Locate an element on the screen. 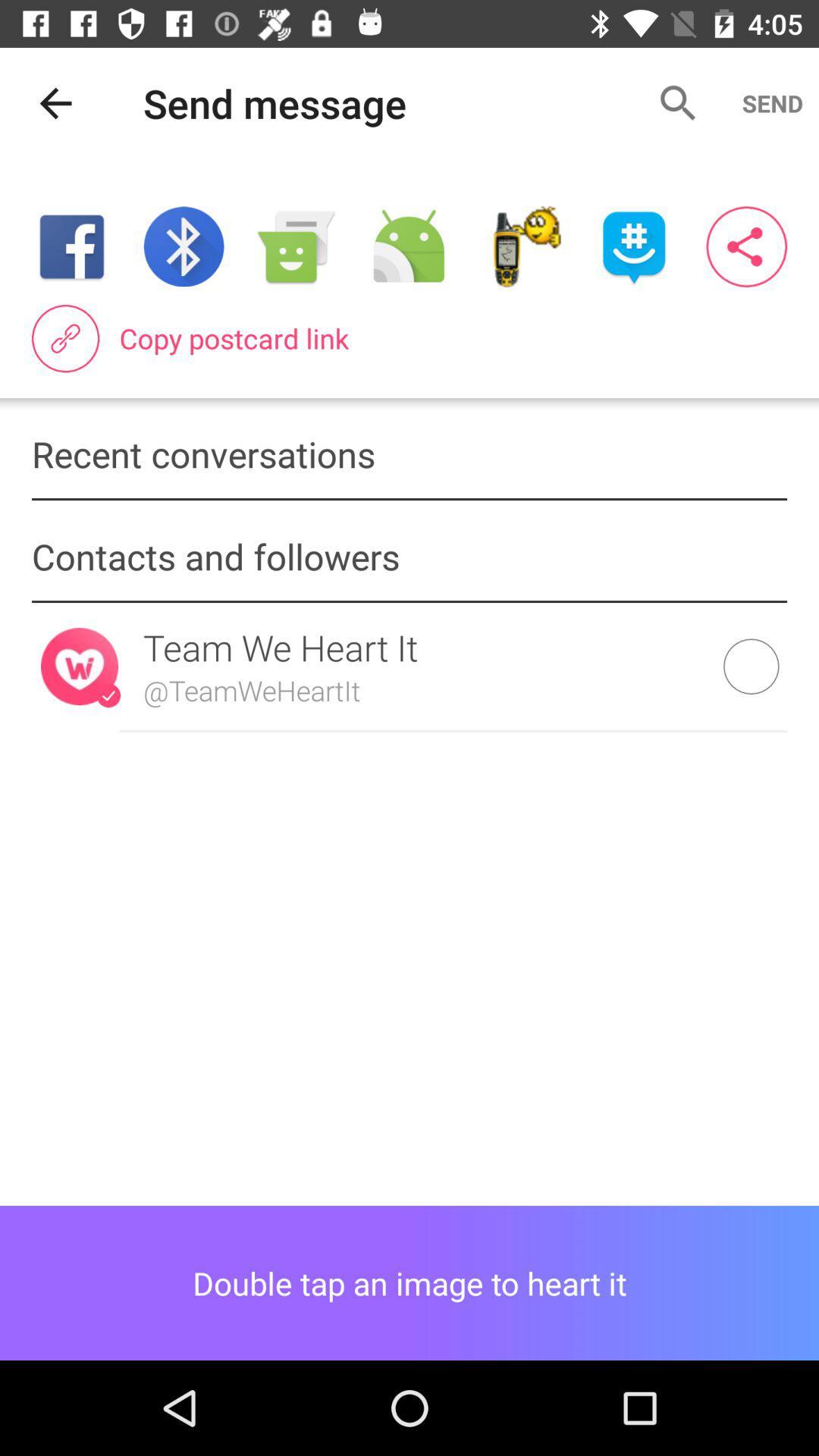  the item above copy postcard link icon is located at coordinates (520, 246).